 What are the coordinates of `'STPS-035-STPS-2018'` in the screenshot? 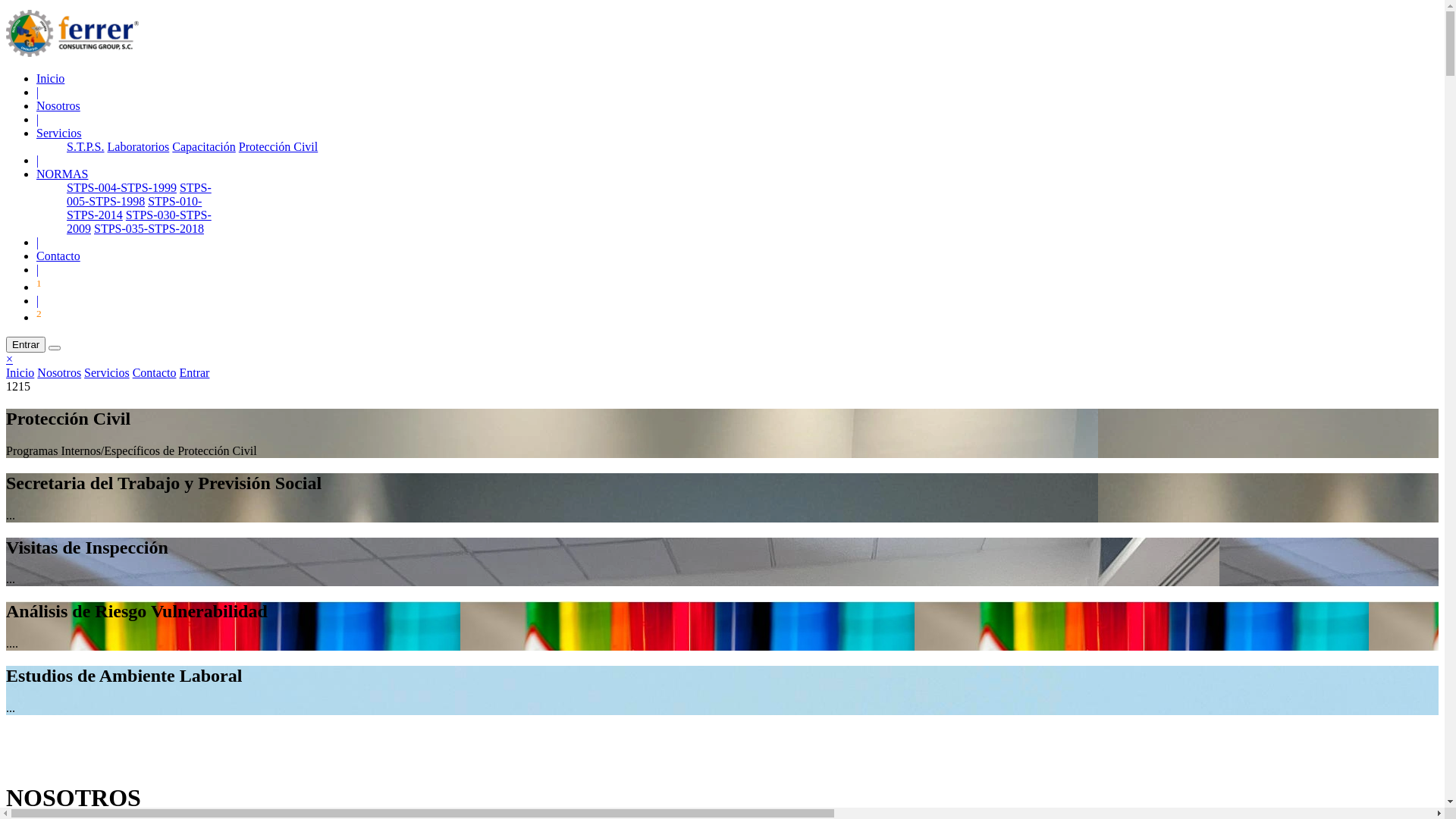 It's located at (93, 228).